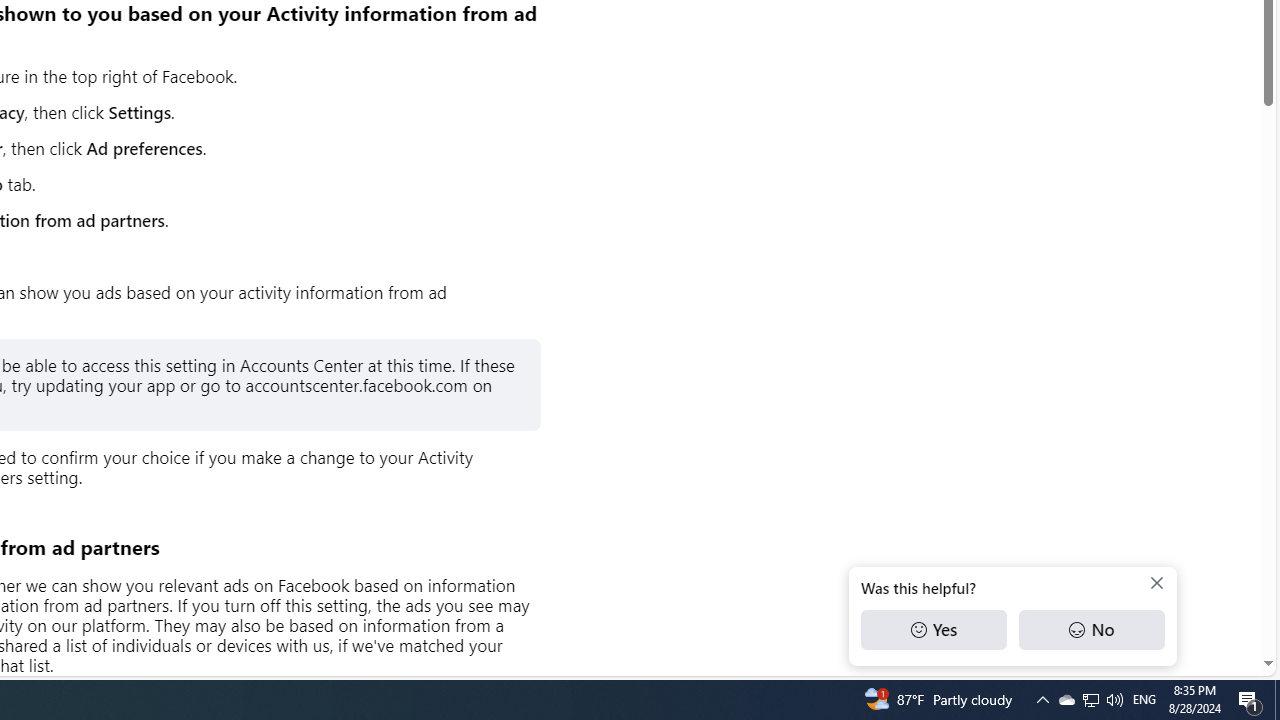 This screenshot has width=1280, height=720. What do you see at coordinates (933, 630) in the screenshot?
I see `'Yes'` at bounding box center [933, 630].